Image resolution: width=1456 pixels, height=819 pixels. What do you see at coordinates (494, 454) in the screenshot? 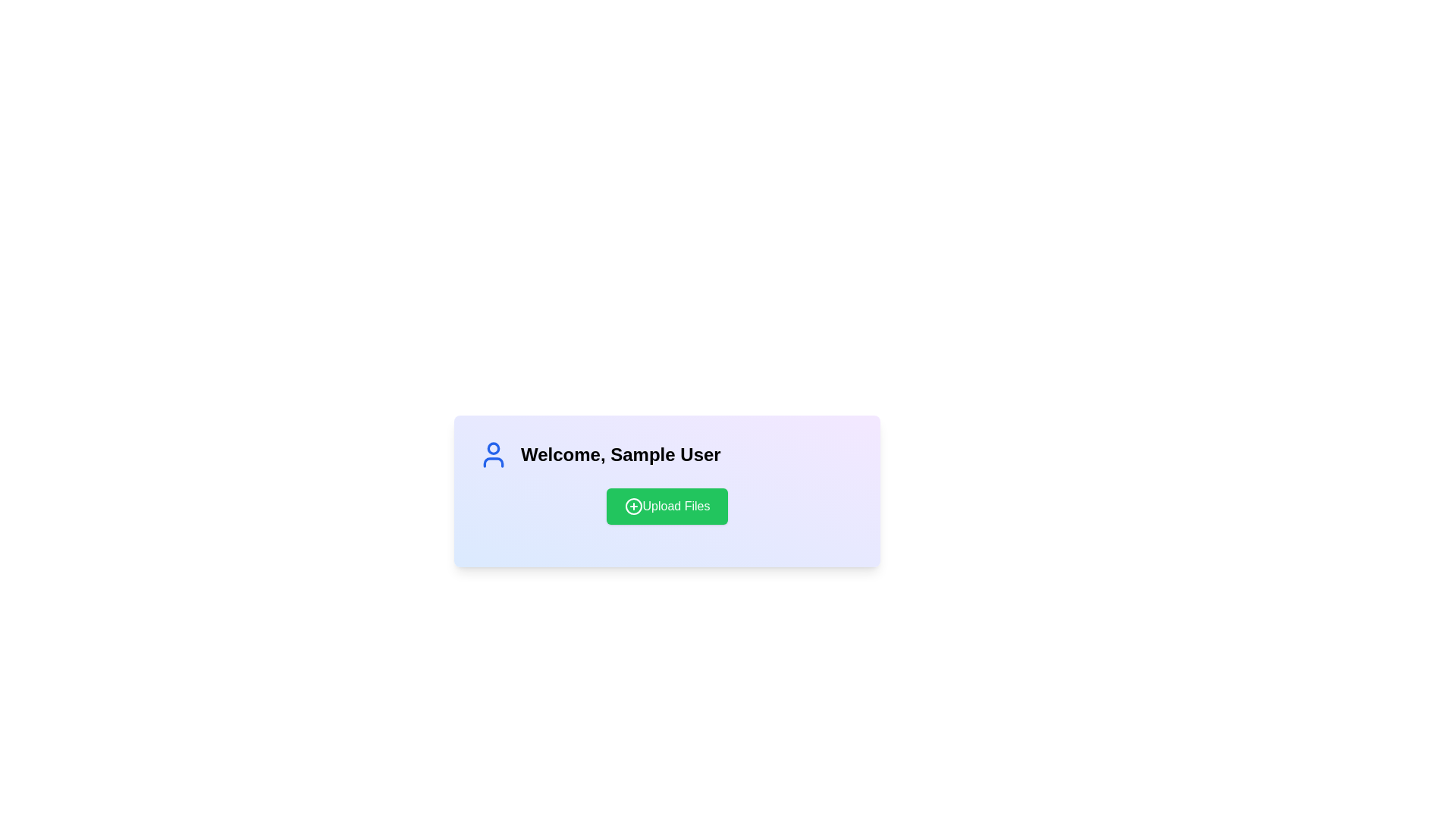
I see `the SVG graphic icon representing user-related content, located to the left of the welcome text 'Welcome, Sample User'` at bounding box center [494, 454].